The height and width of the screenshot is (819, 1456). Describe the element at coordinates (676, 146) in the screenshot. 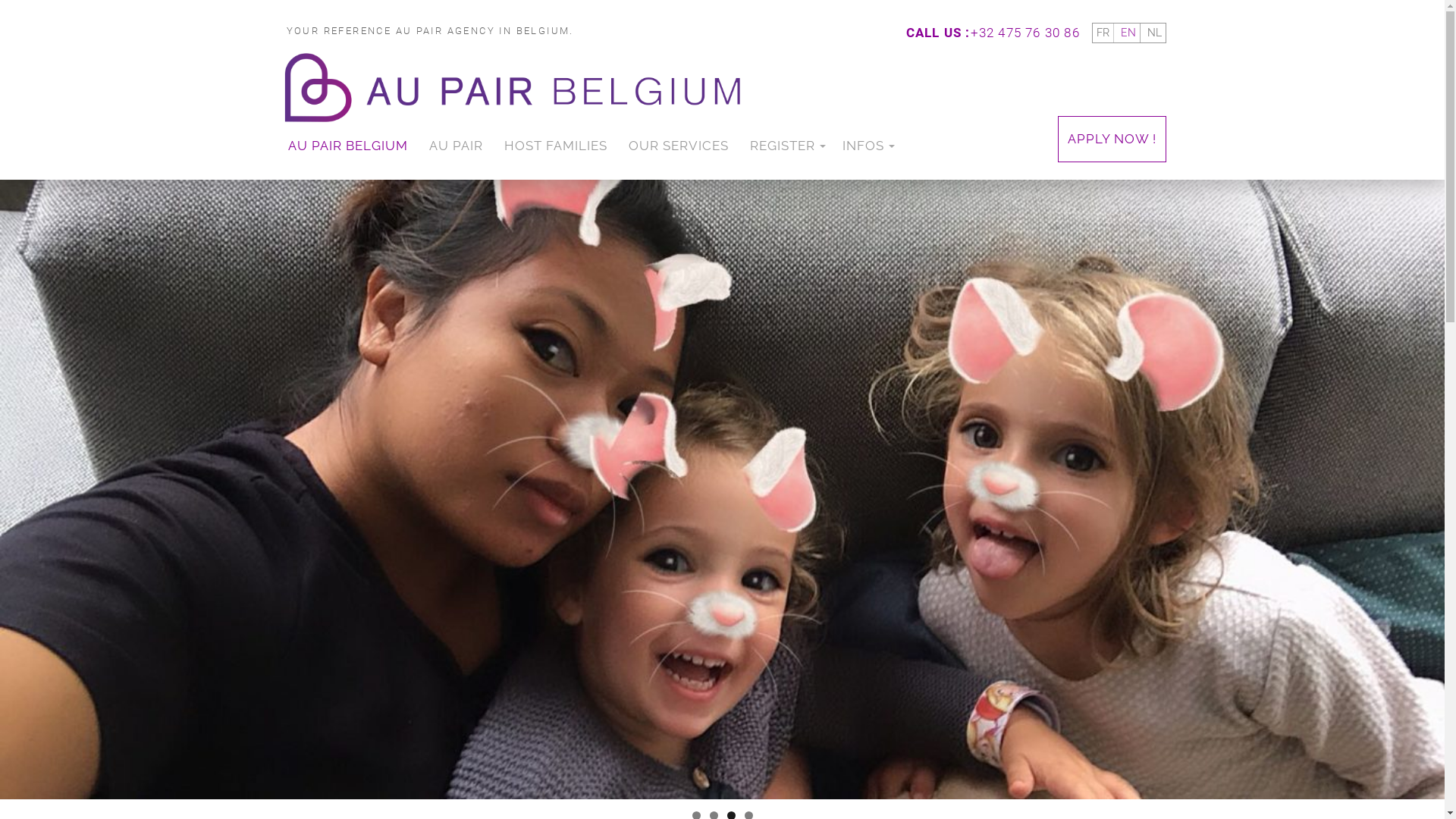

I see `'OUR SERVICES'` at that location.